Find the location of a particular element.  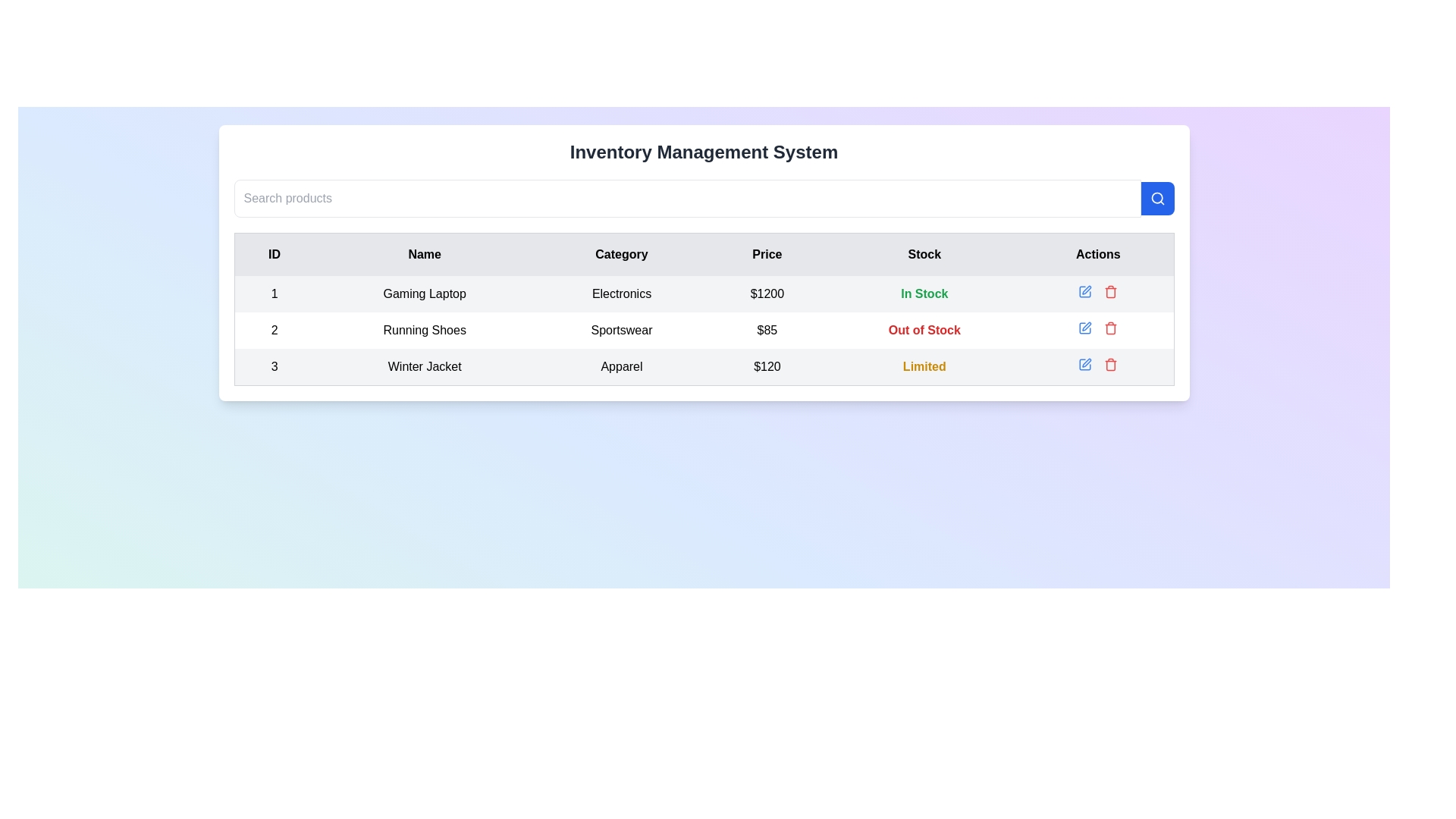

text displayed in the number '3' text label, which is centered in the first cell of the bottom row in a table under the header 'ID' is located at coordinates (274, 367).